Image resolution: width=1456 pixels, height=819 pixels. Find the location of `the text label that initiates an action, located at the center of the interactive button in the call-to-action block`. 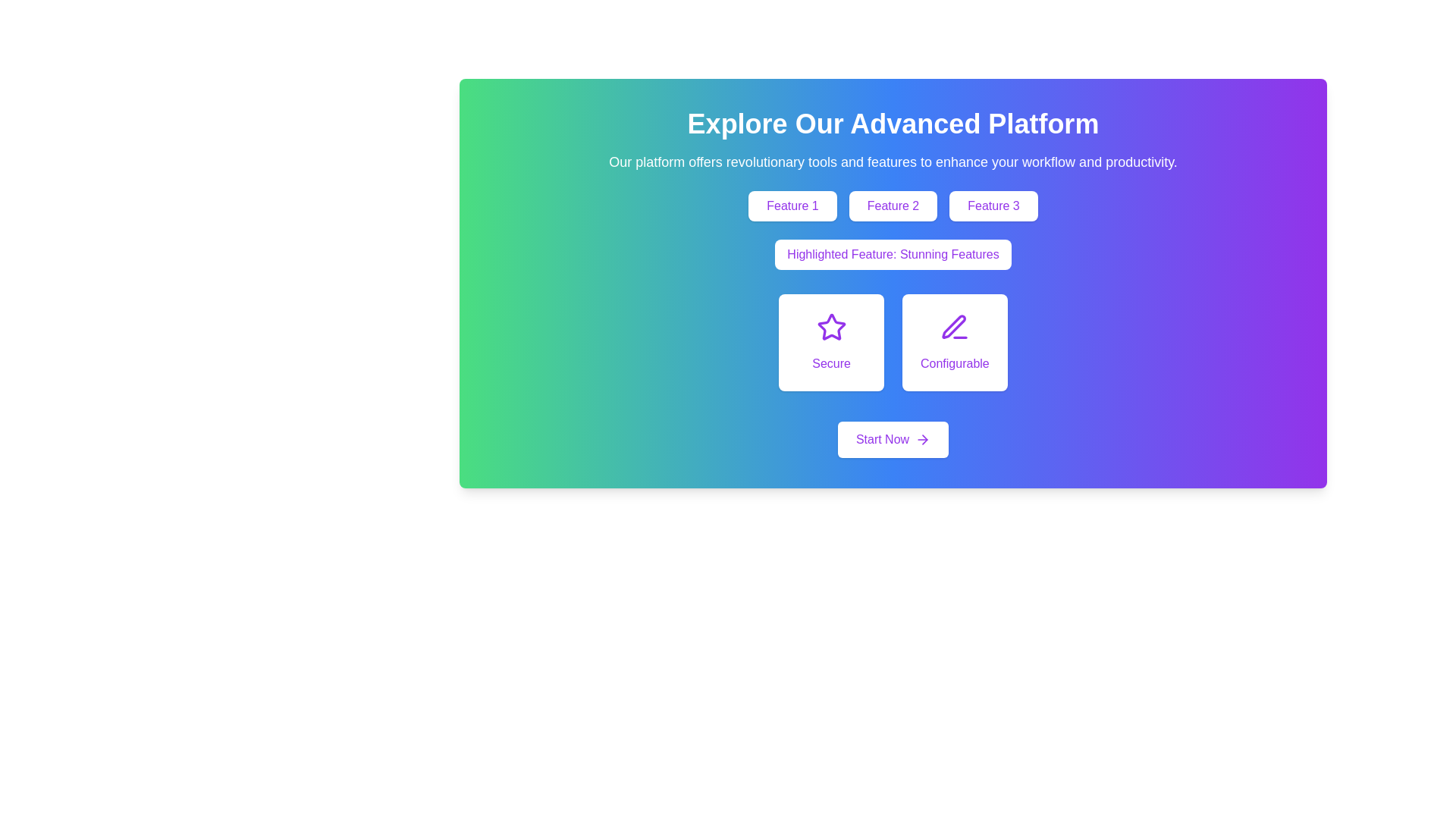

the text label that initiates an action, located at the center of the interactive button in the call-to-action block is located at coordinates (882, 439).